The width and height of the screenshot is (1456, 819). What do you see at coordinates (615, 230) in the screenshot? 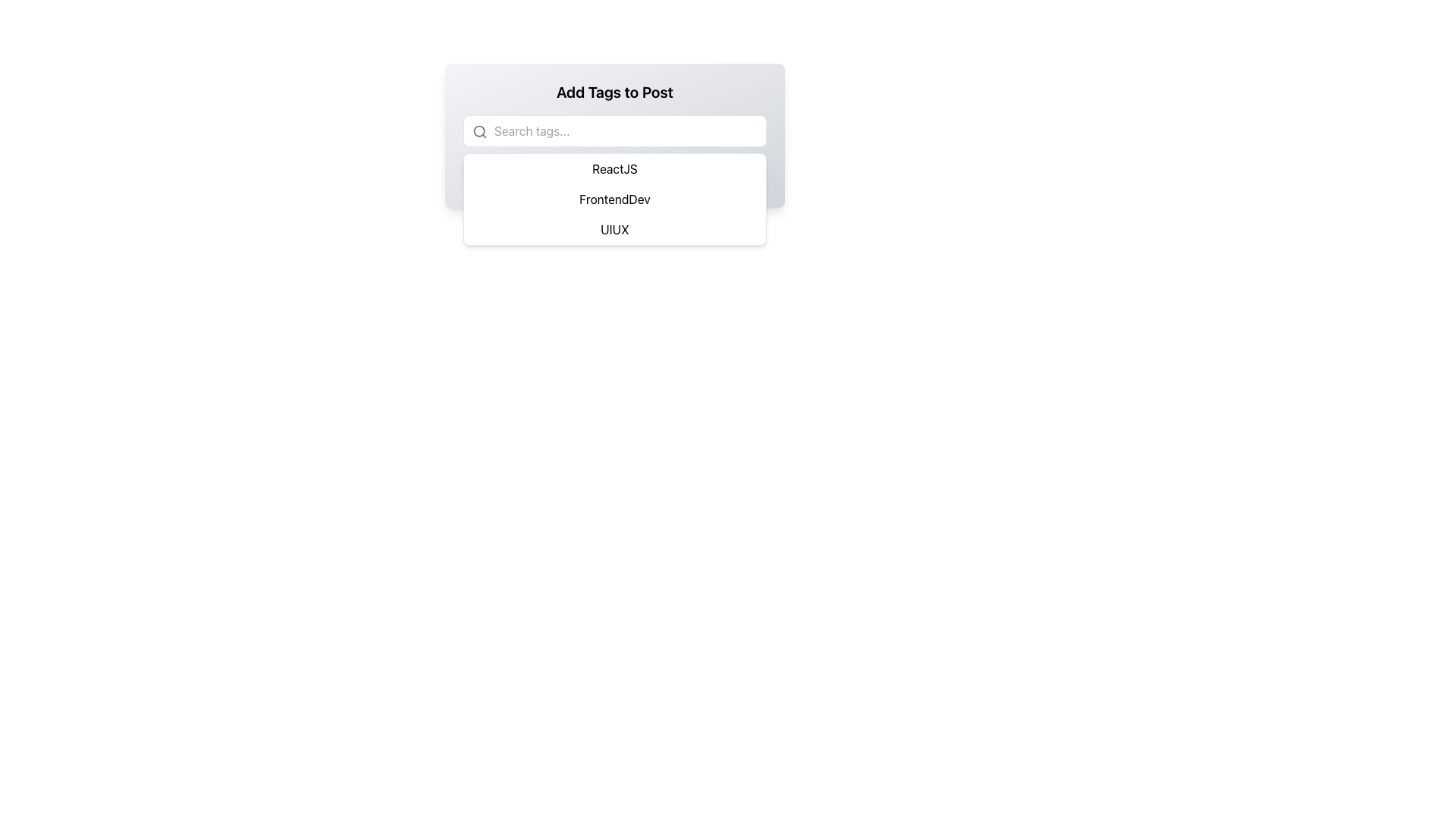
I see `to select the third item in the dropdown list labeled 'UIUX', which is positioned below 'ReactJS' and 'FrontendDev'` at bounding box center [615, 230].